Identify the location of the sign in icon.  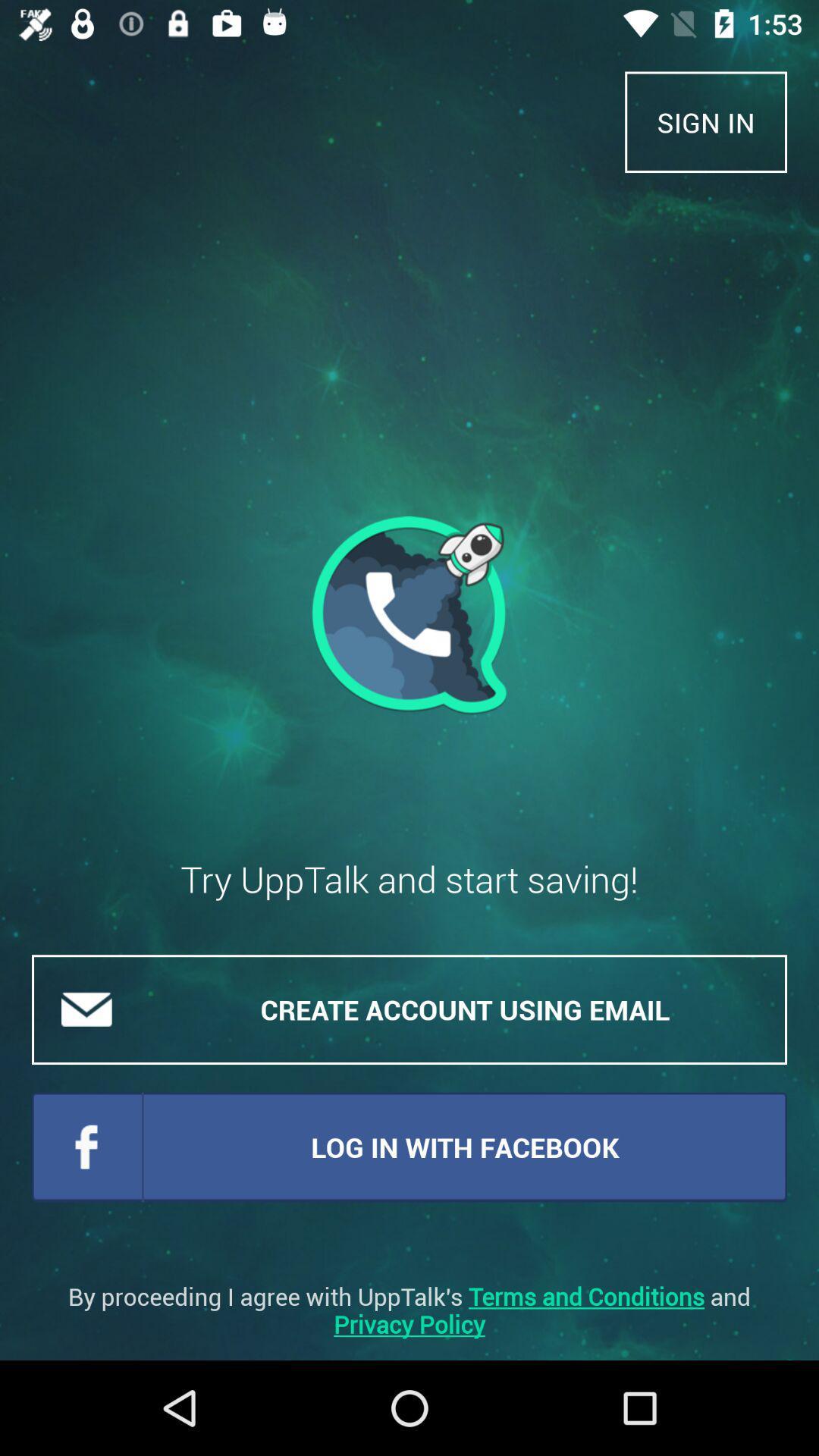
(706, 122).